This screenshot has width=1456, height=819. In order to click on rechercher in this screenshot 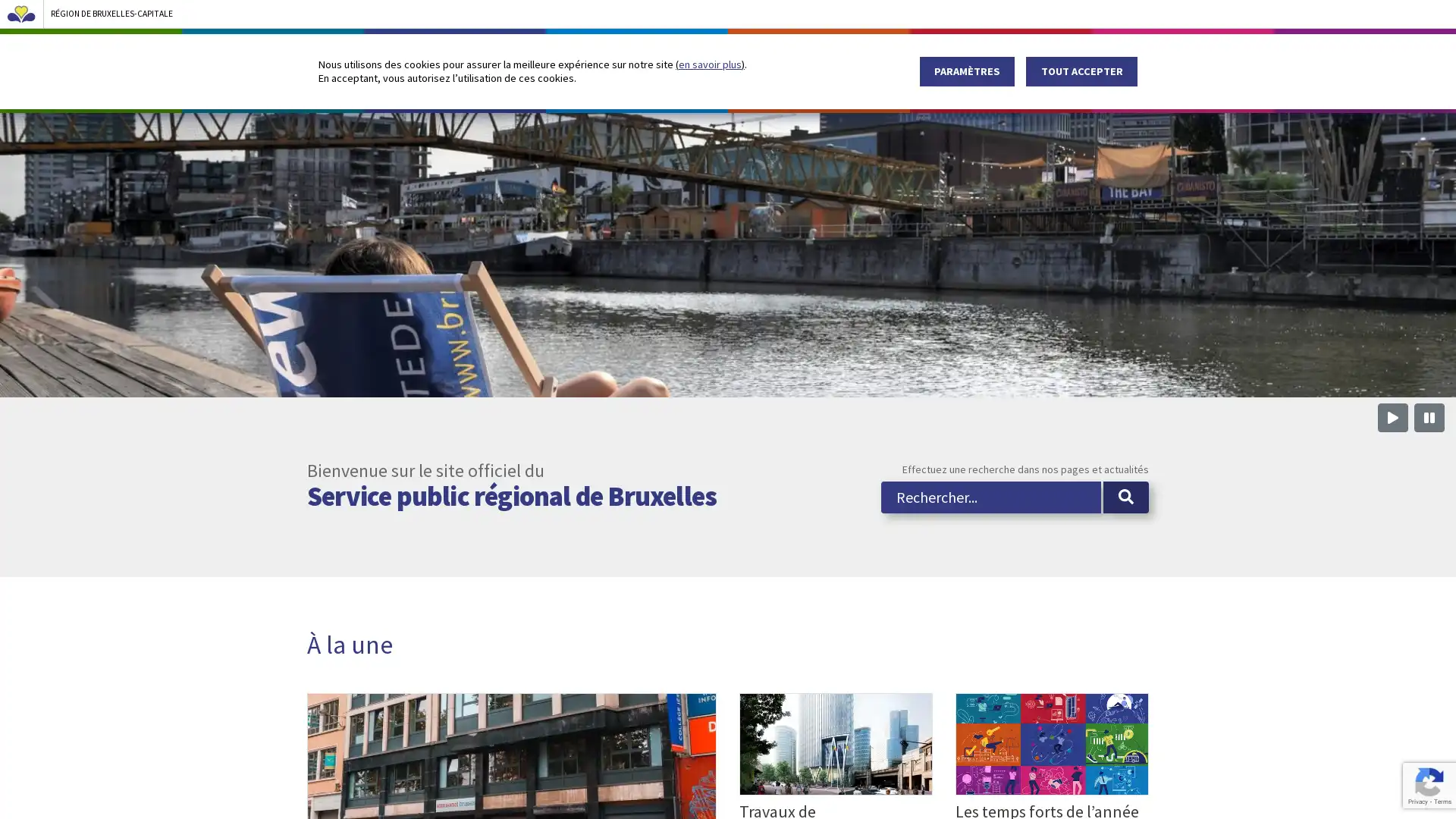, I will do `click(1125, 46)`.